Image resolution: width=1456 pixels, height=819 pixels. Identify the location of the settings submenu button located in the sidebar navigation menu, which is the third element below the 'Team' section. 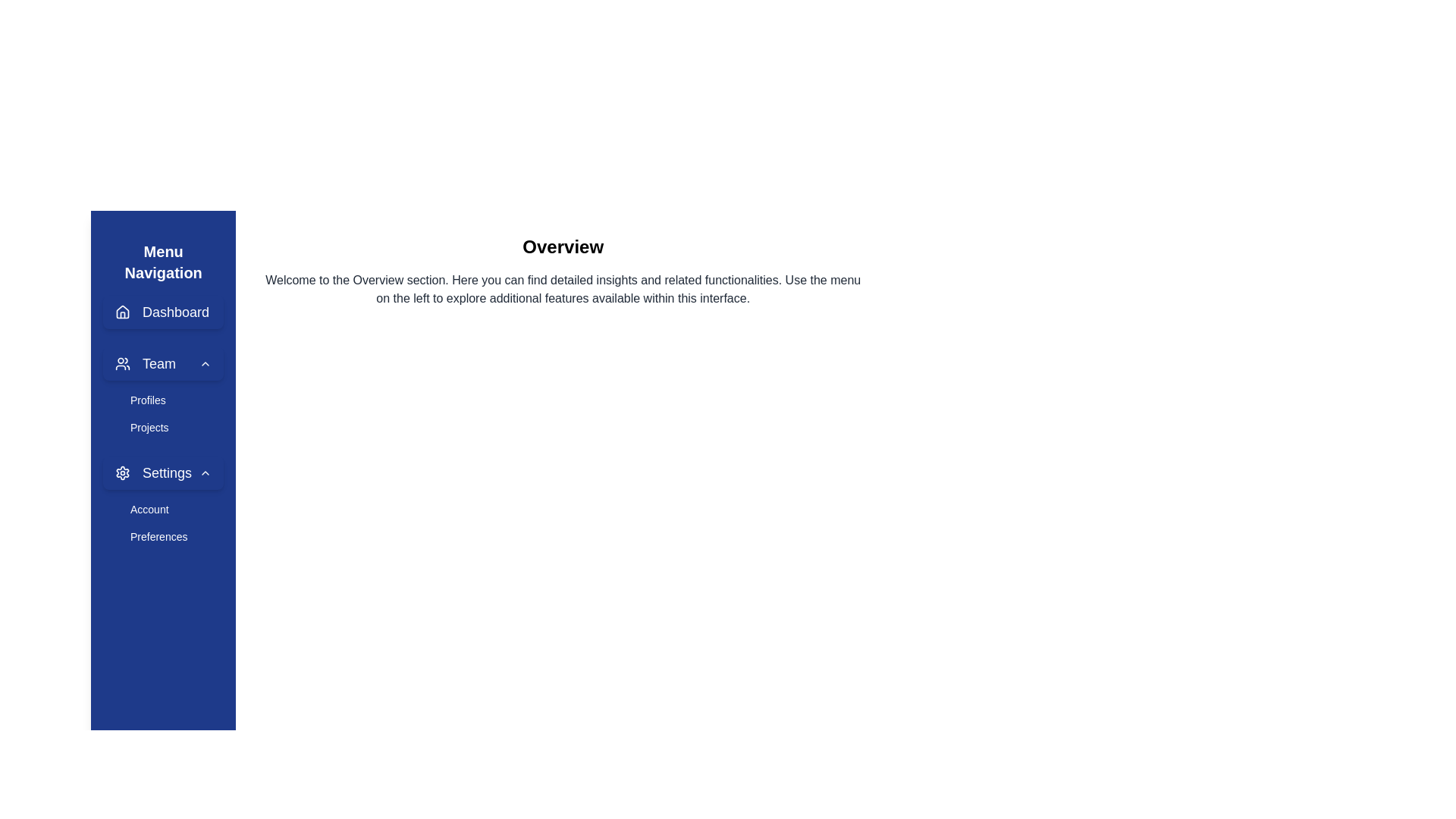
(163, 472).